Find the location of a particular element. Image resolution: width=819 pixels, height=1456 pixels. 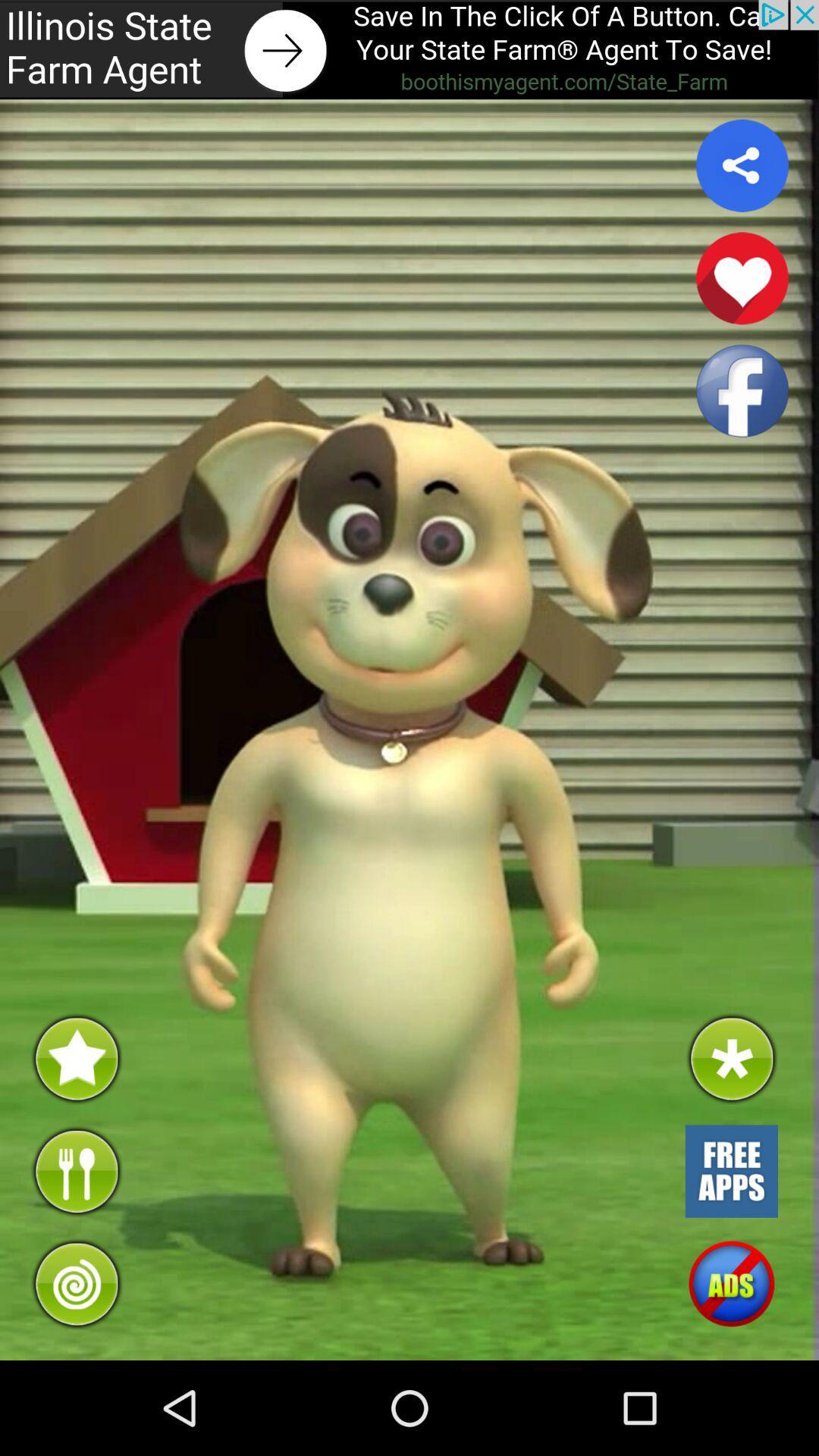

feed the pet is located at coordinates (76, 1170).